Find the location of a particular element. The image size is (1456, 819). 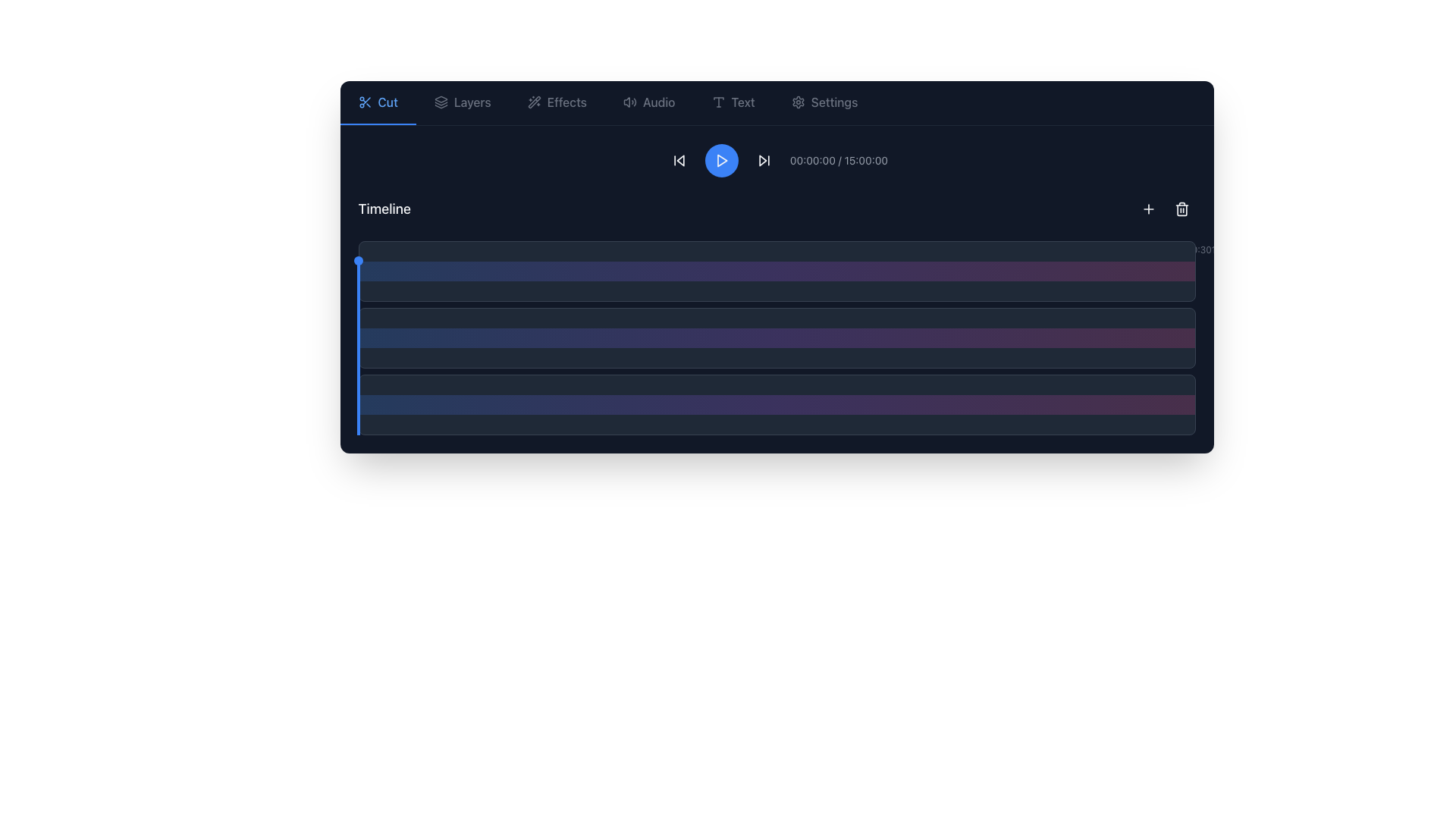

the sixth time marker in the timeline component, which displays a specific time reference within a scheduling interface is located at coordinates (474, 249).